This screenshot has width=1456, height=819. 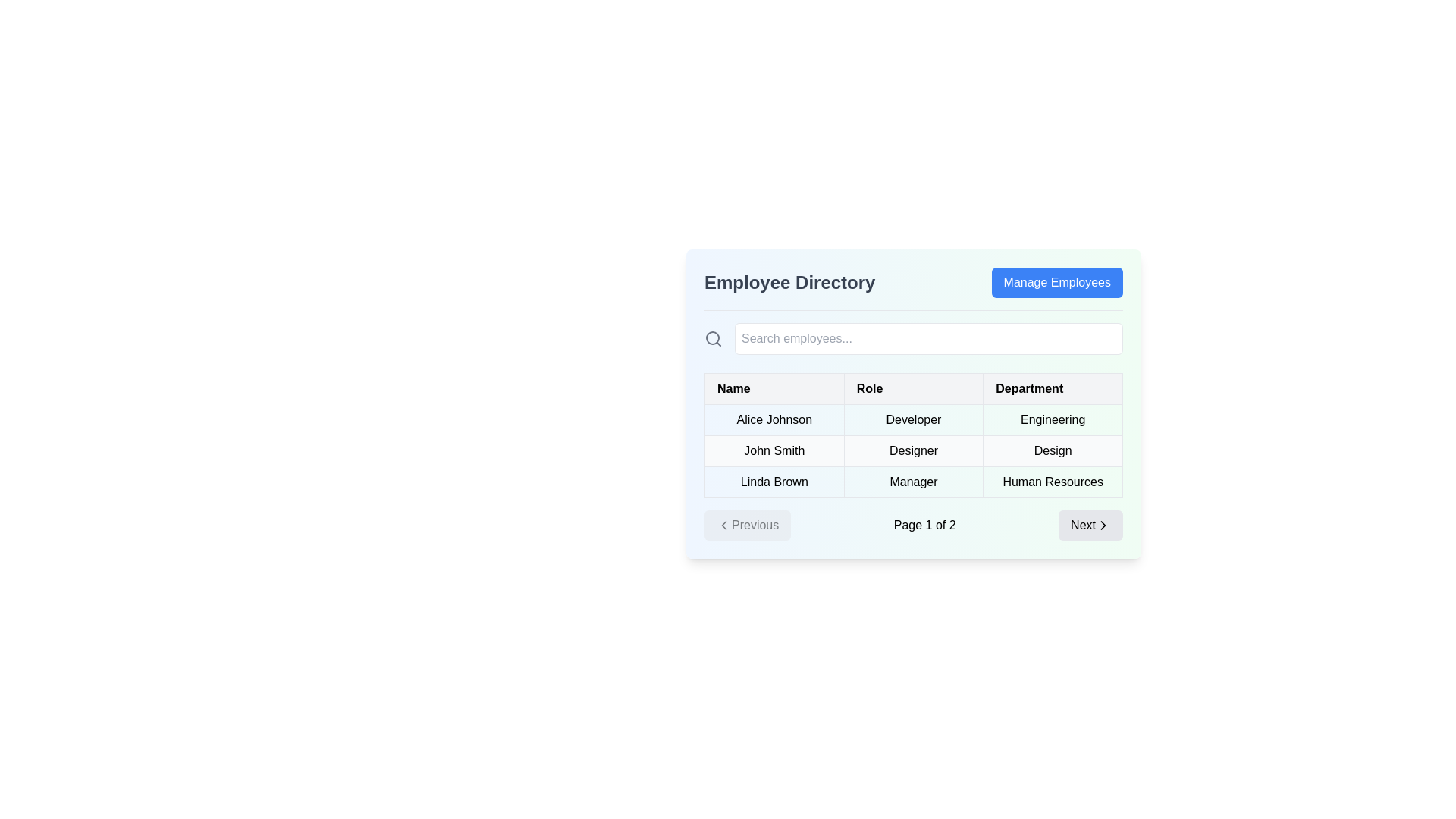 I want to click on the first row of the table containing the cells with 'Alice Johnson', 'Developer', and 'Engineering', so click(x=912, y=420).